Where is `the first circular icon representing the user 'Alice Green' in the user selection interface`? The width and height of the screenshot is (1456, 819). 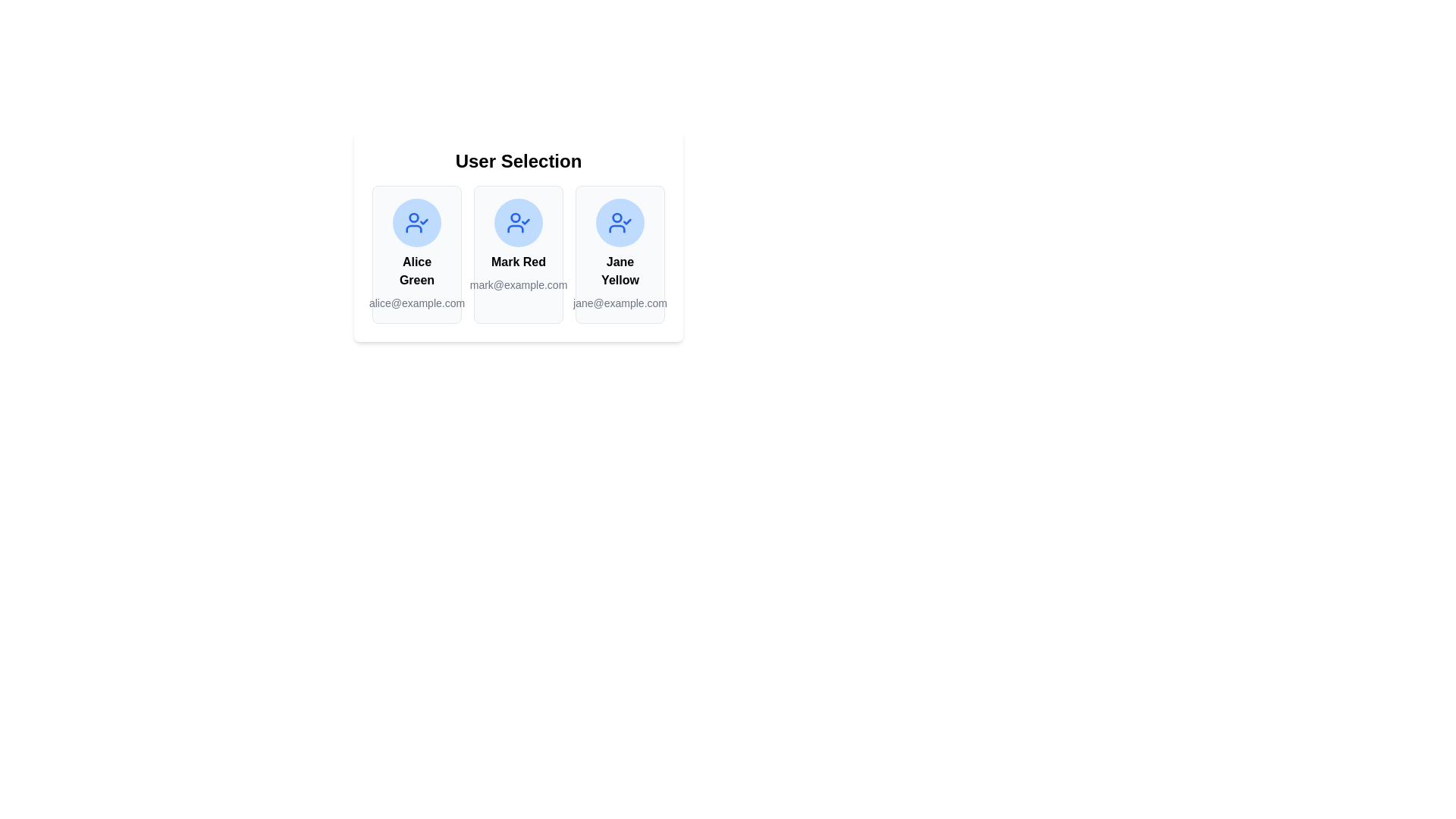 the first circular icon representing the user 'Alice Green' in the user selection interface is located at coordinates (417, 222).